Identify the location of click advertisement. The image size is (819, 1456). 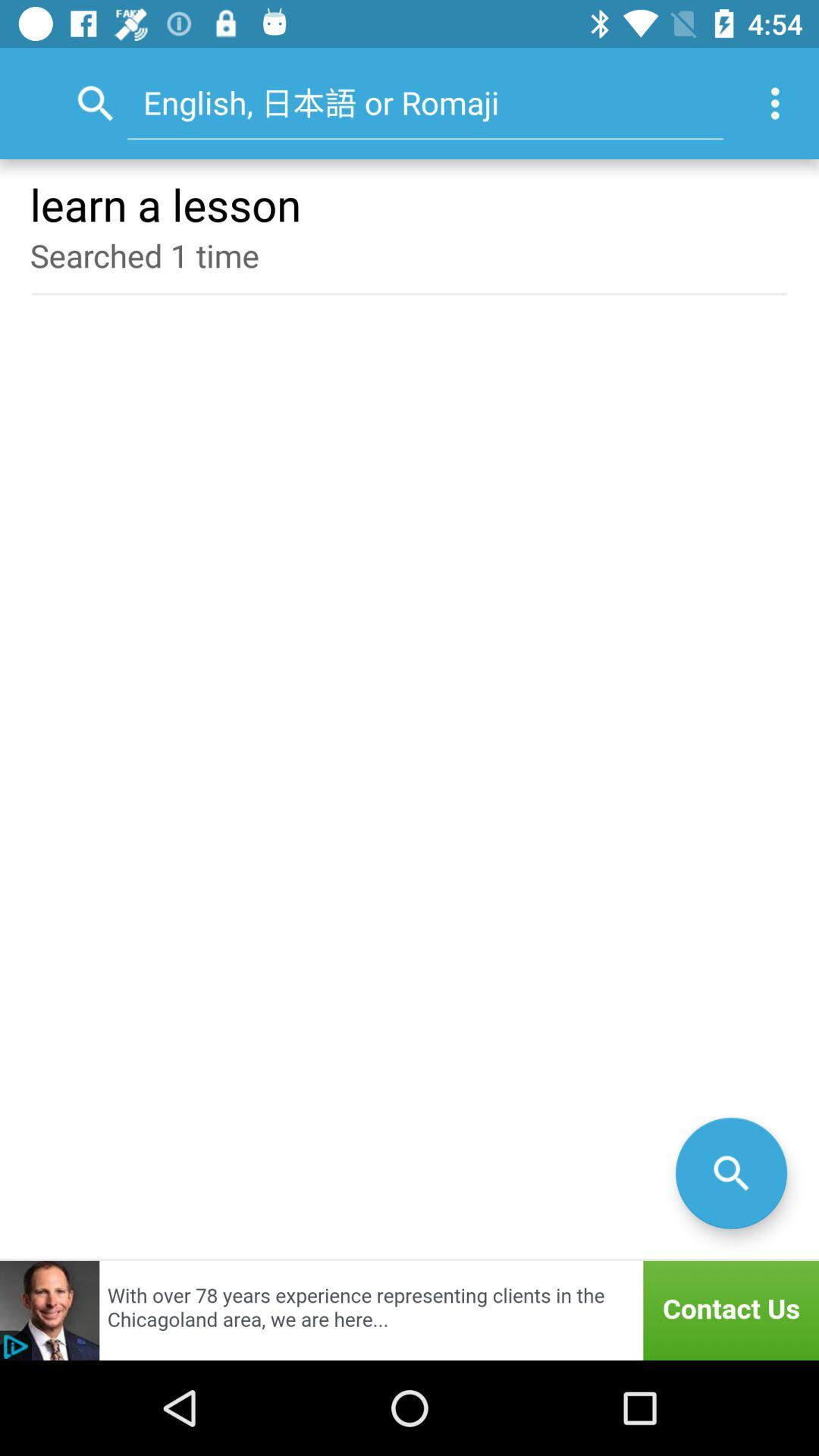
(409, 1310).